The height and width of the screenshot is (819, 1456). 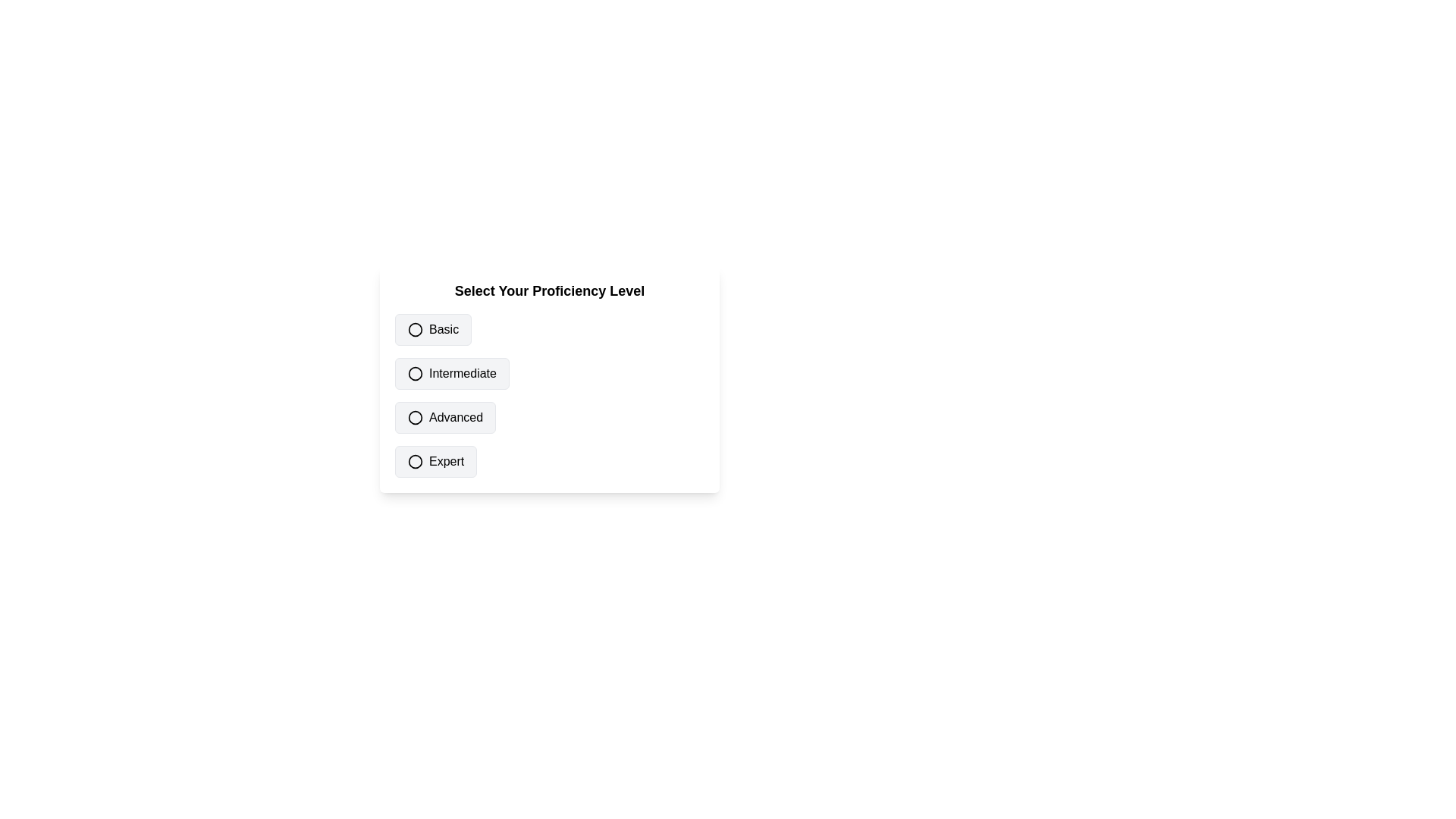 I want to click on the unselected radio button next to the 'Intermediate' label, so click(x=415, y=374).